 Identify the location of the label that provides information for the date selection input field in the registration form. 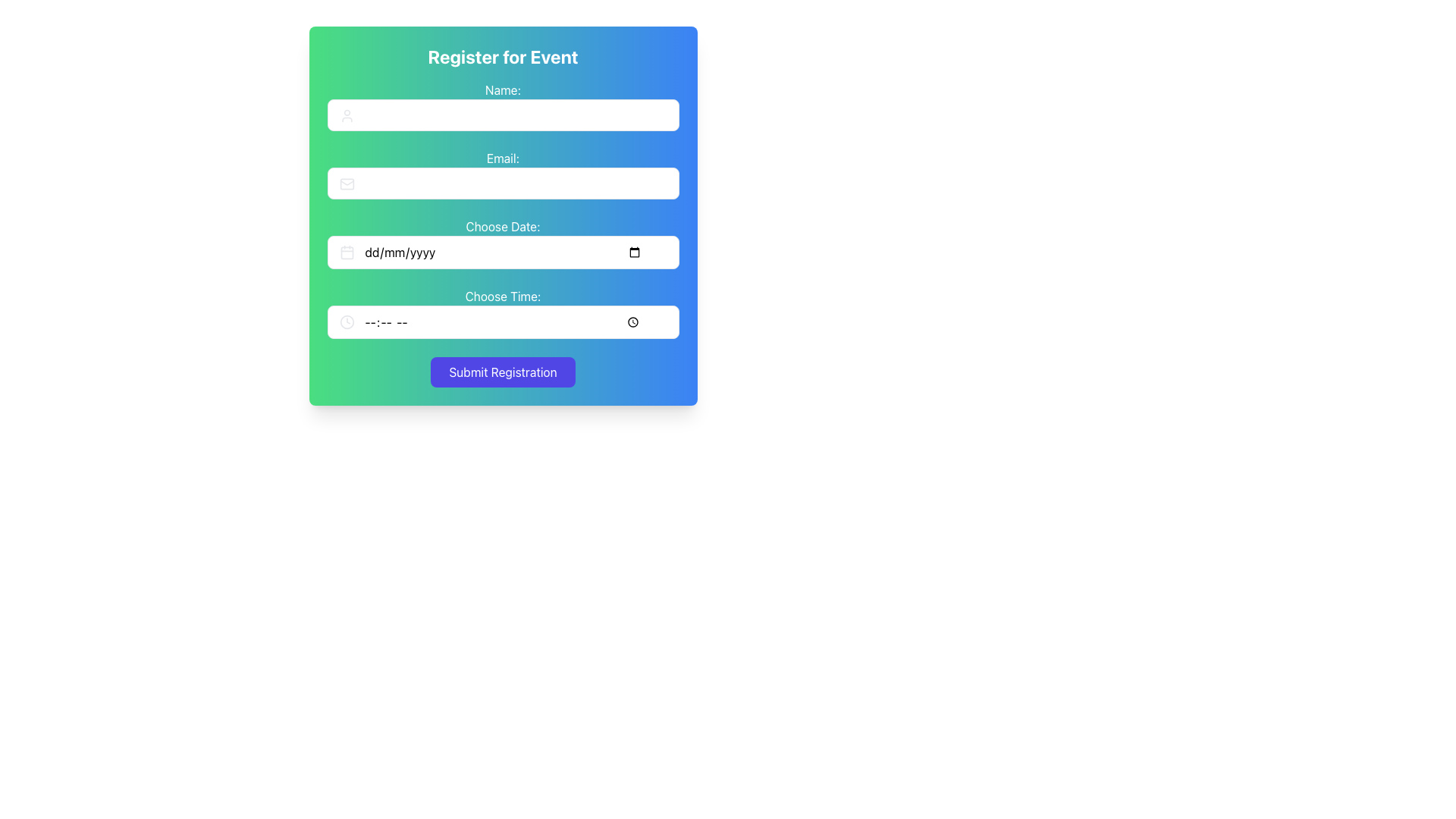
(503, 227).